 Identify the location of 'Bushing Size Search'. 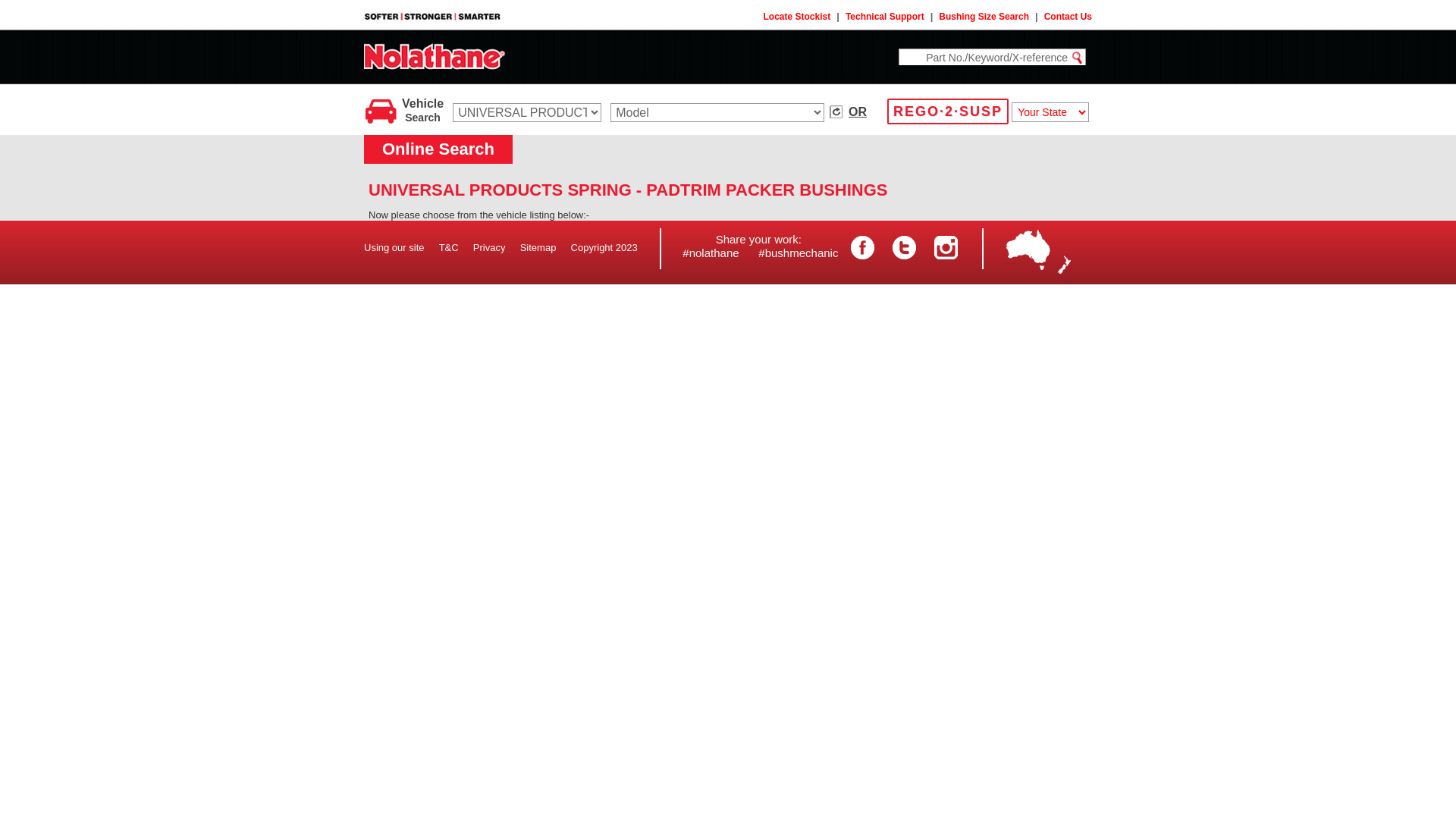
(984, 17).